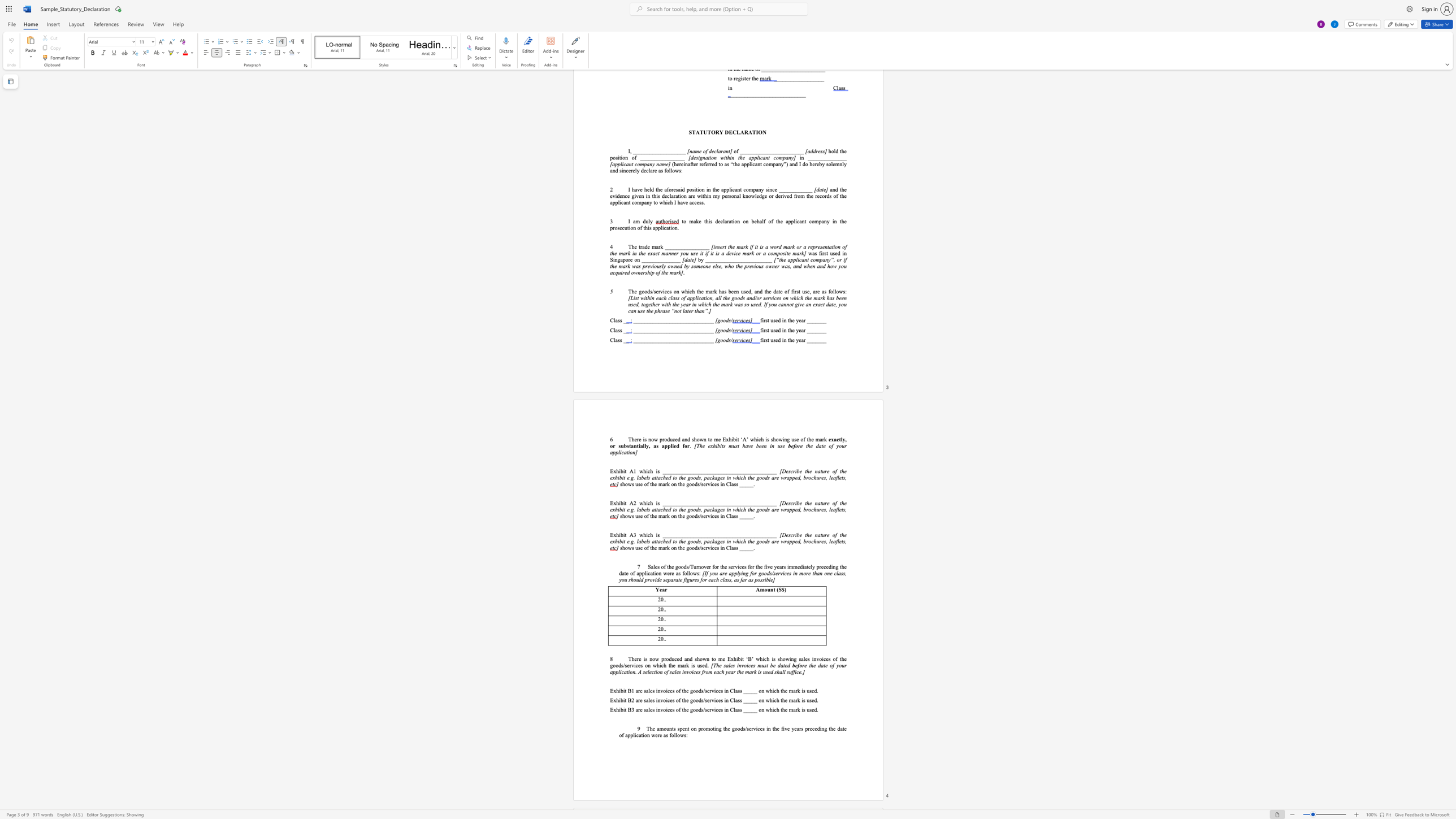 The width and height of the screenshot is (1456, 819). What do you see at coordinates (729, 534) in the screenshot?
I see `the subset text "_______" within the text "Exhibit A3 which is _________________________________________"` at bounding box center [729, 534].